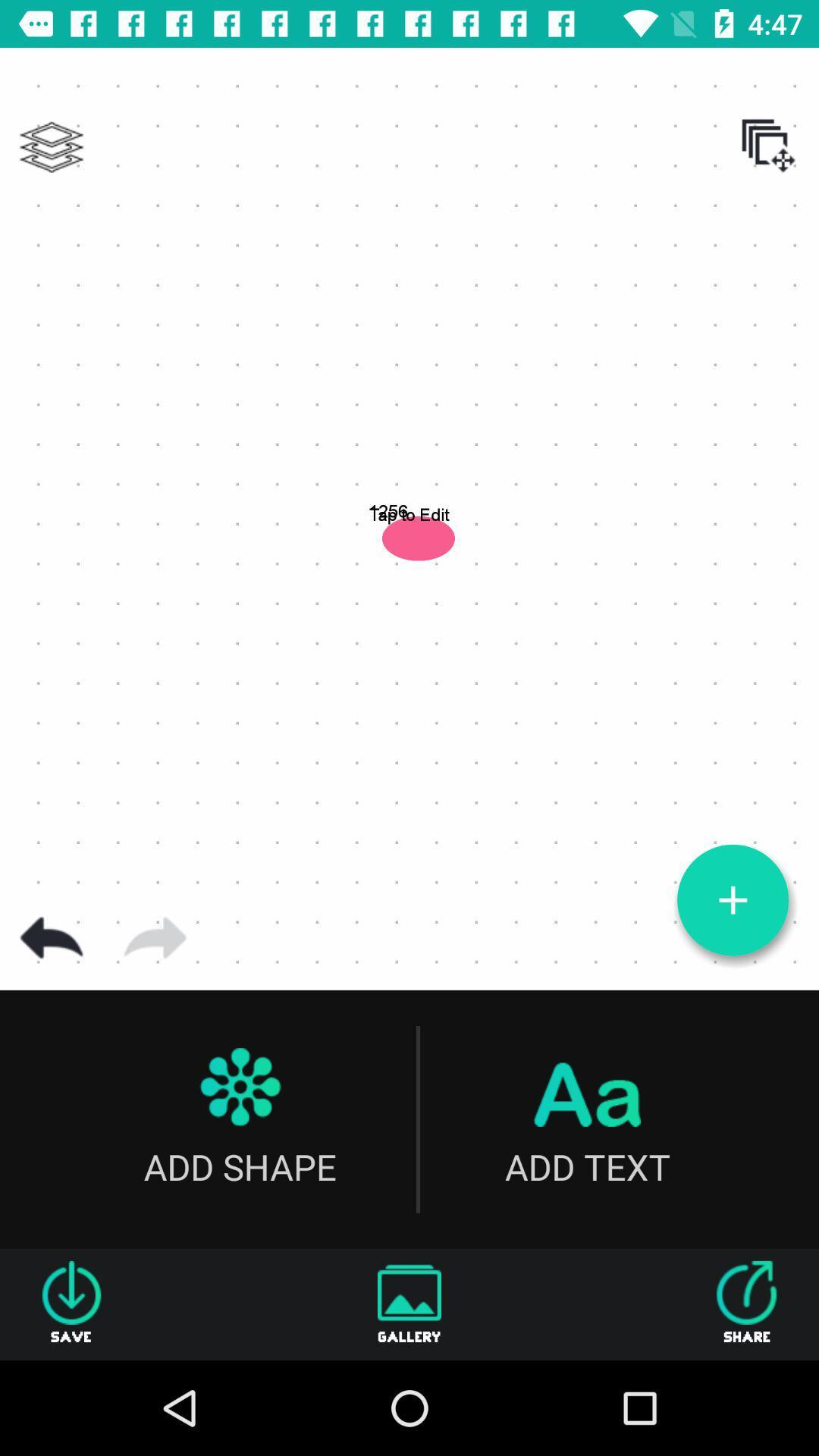 This screenshot has width=819, height=1456. I want to click on the undo icon, so click(51, 937).